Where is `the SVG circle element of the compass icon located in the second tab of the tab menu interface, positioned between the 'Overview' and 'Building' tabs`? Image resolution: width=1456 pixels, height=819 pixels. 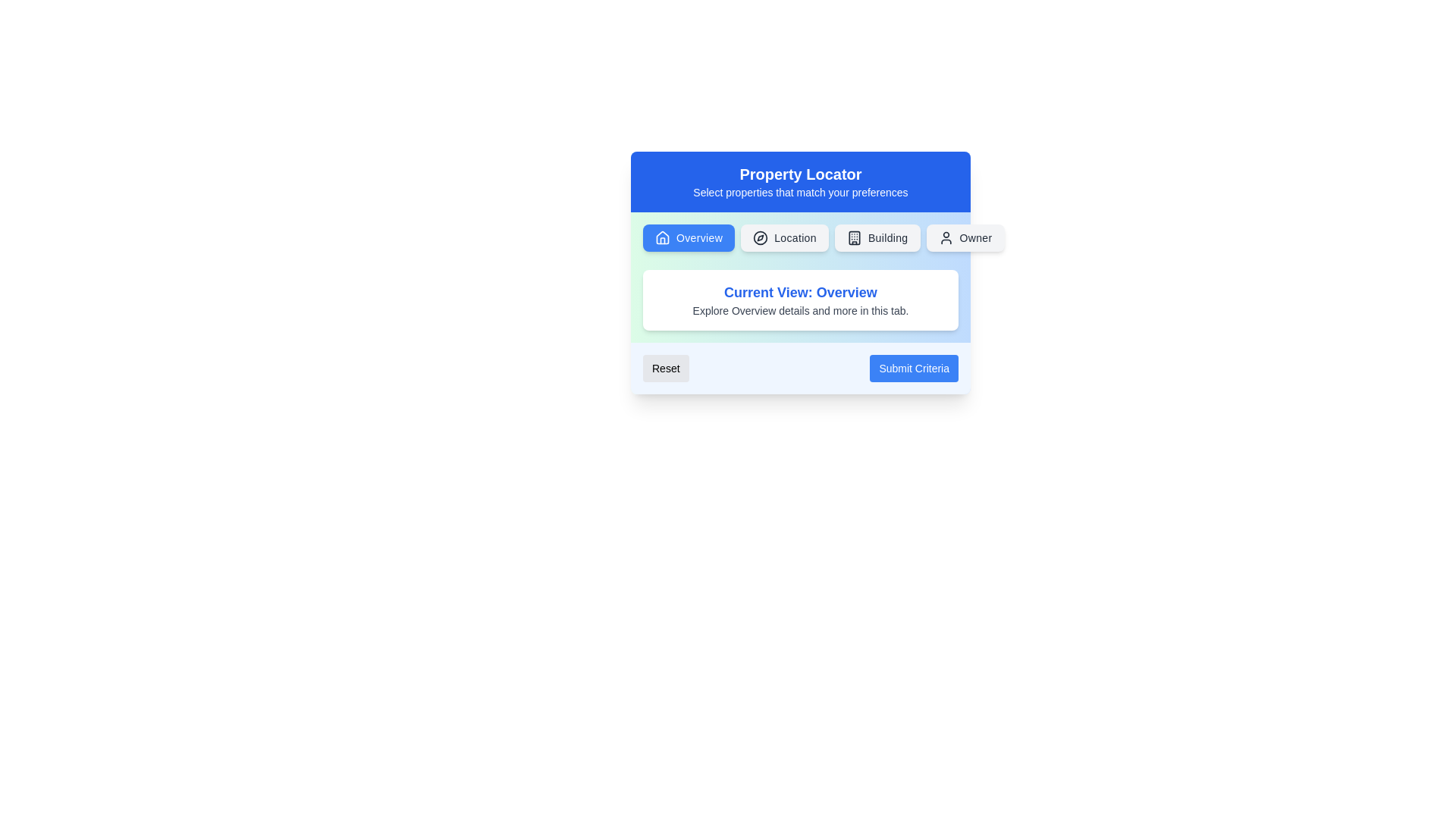
the SVG circle element of the compass icon located in the second tab of the tab menu interface, positioned between the 'Overview' and 'Building' tabs is located at coordinates (761, 237).